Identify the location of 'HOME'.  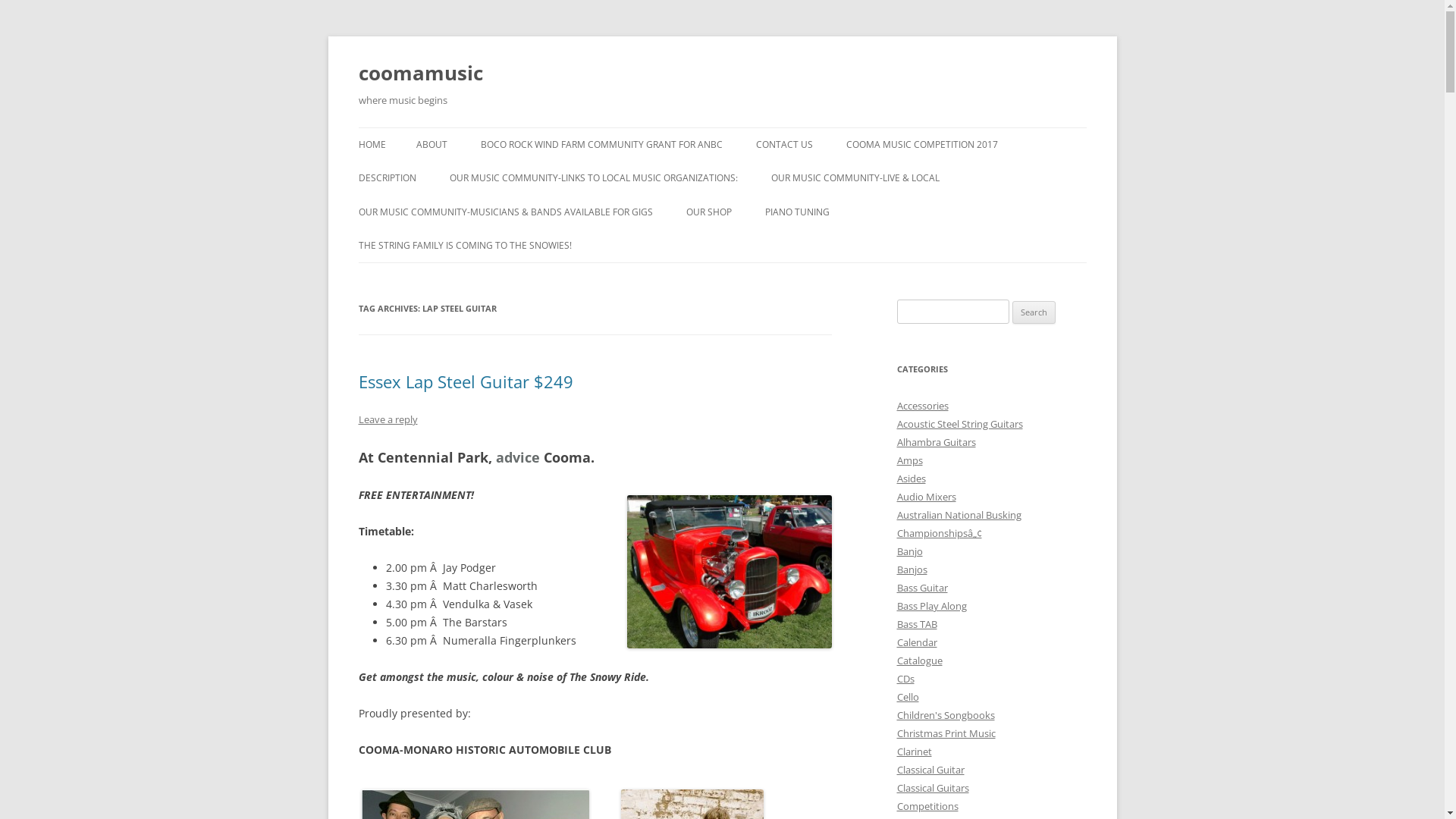
(371, 145).